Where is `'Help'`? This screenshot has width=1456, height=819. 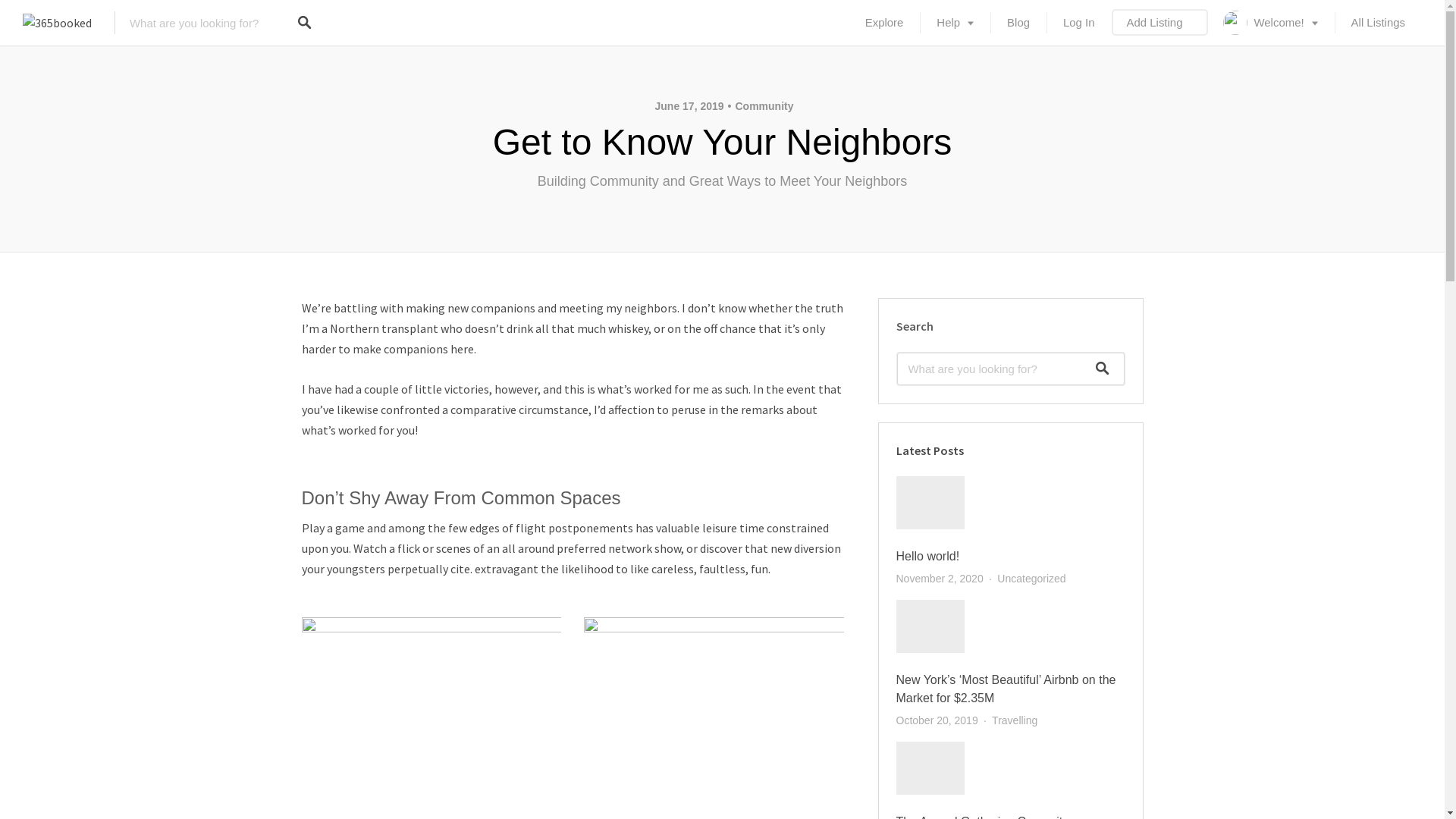
'Help' is located at coordinates (954, 23).